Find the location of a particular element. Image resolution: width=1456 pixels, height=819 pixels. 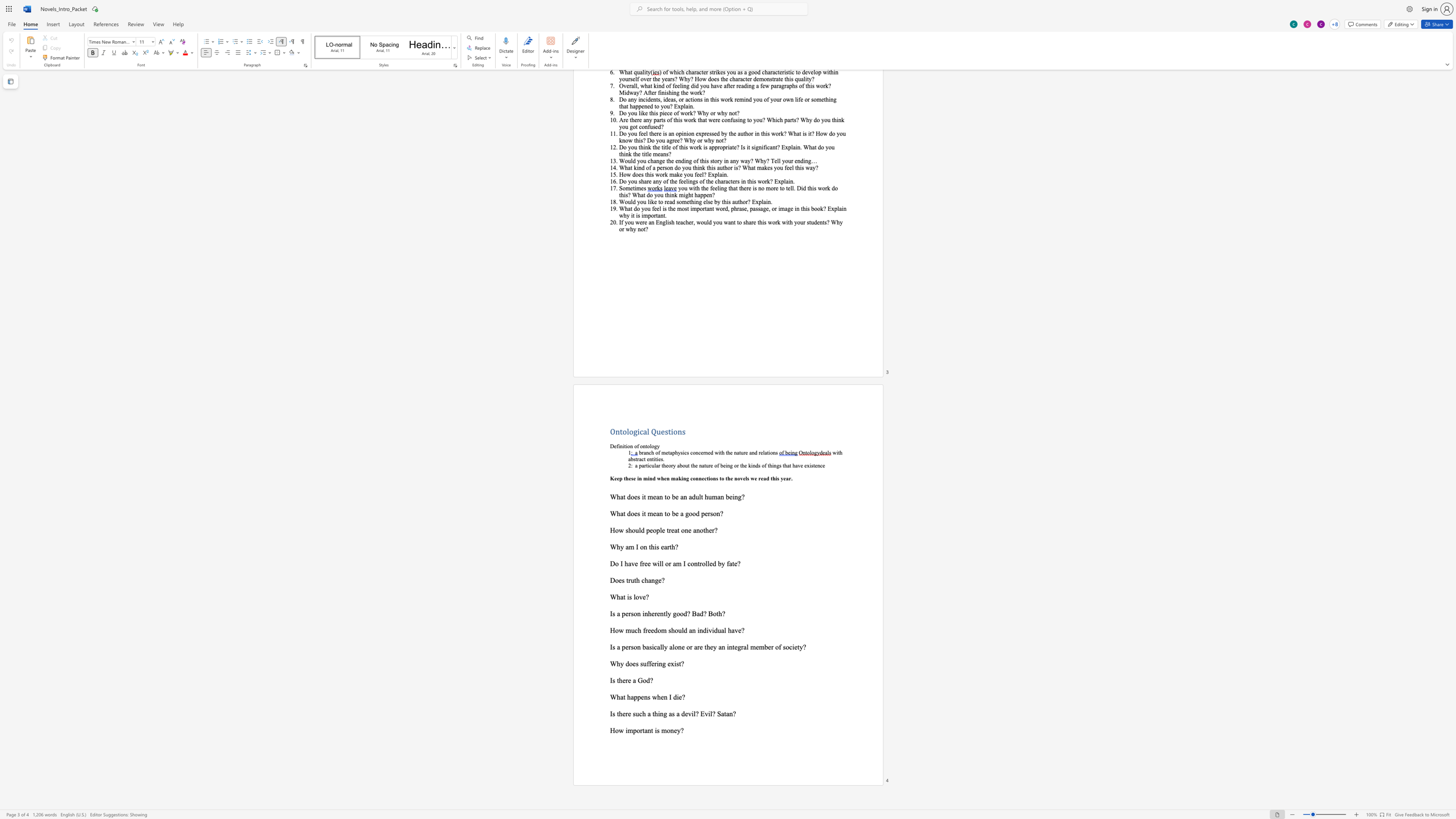

the space between the continuous character "e" and "a" in the text is located at coordinates (656, 496).